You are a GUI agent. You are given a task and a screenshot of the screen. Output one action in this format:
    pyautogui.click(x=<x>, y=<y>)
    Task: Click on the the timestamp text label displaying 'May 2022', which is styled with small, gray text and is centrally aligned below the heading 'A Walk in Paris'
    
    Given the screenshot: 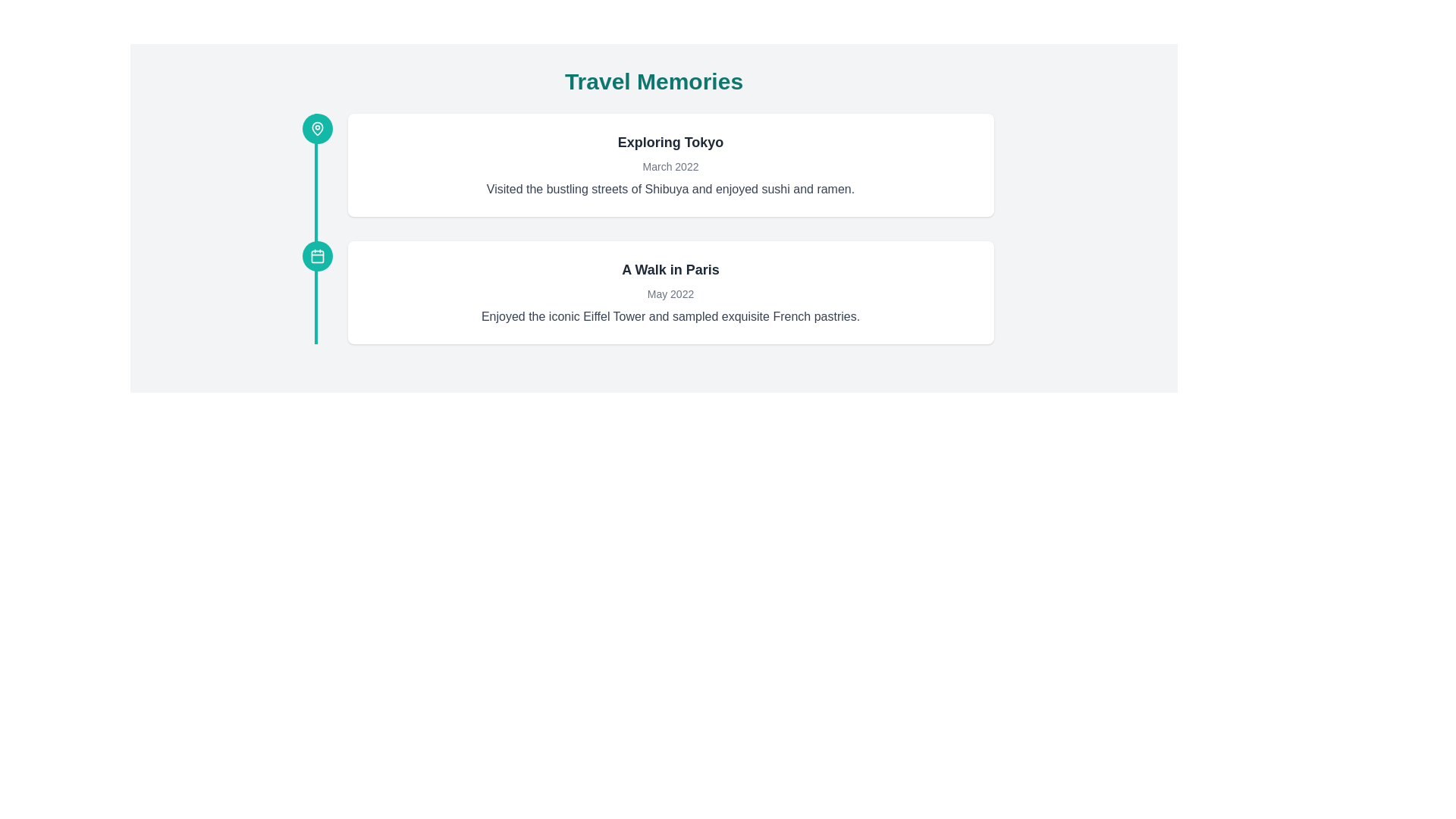 What is the action you would take?
    pyautogui.click(x=670, y=294)
    